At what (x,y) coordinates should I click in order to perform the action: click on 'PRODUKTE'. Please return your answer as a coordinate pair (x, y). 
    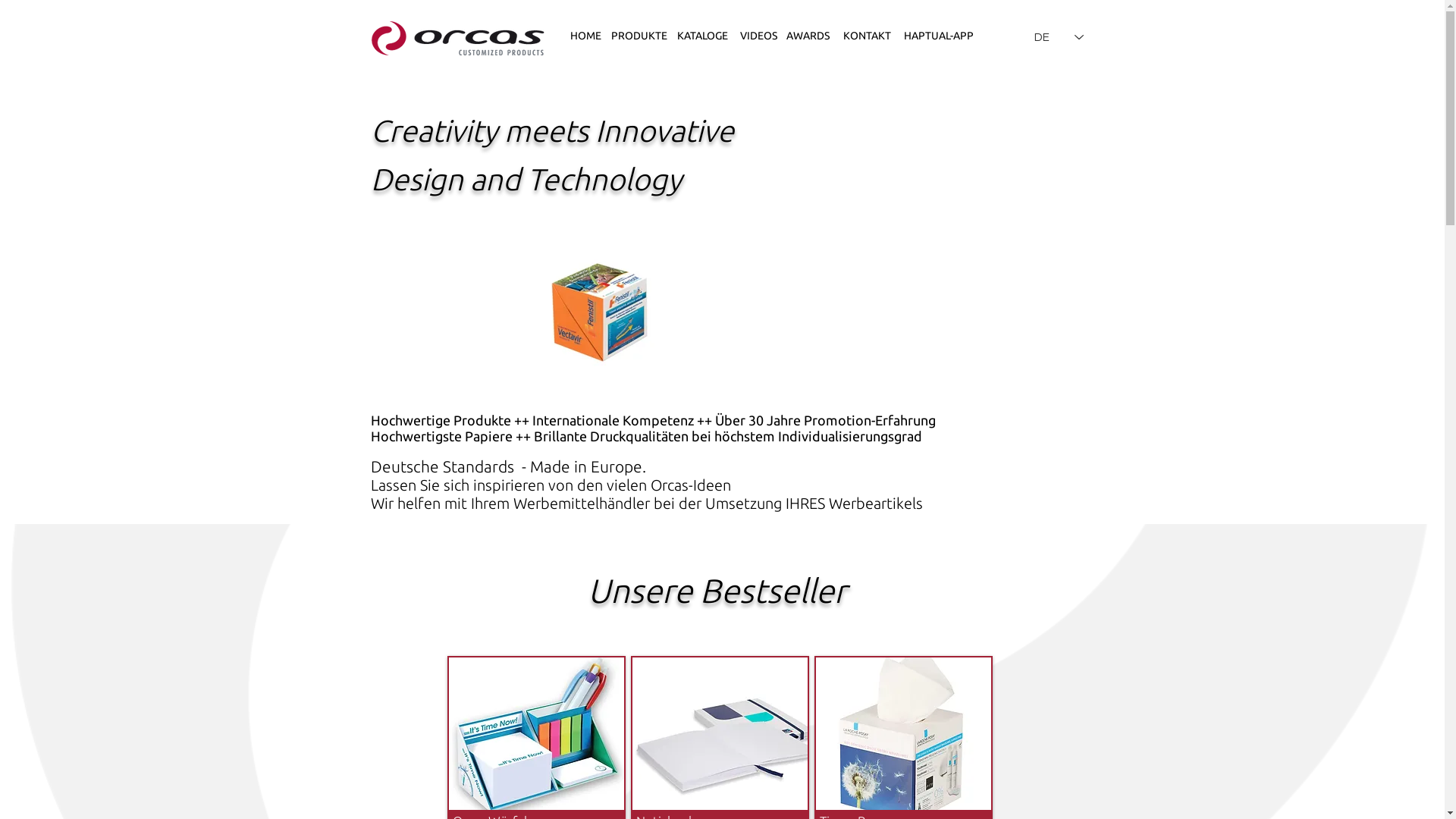
    Looking at the image, I should click on (639, 35).